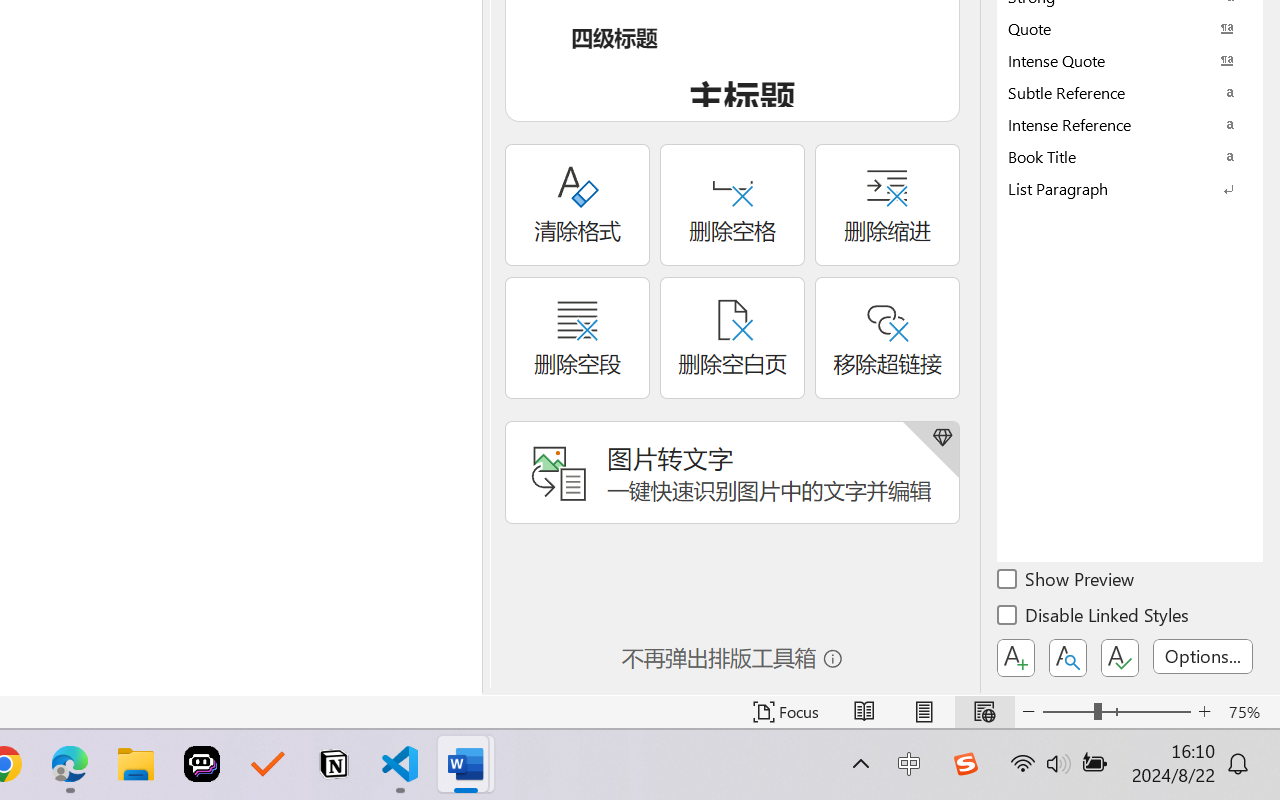  Describe the element at coordinates (1130, 187) in the screenshot. I see `'List Paragraph'` at that location.